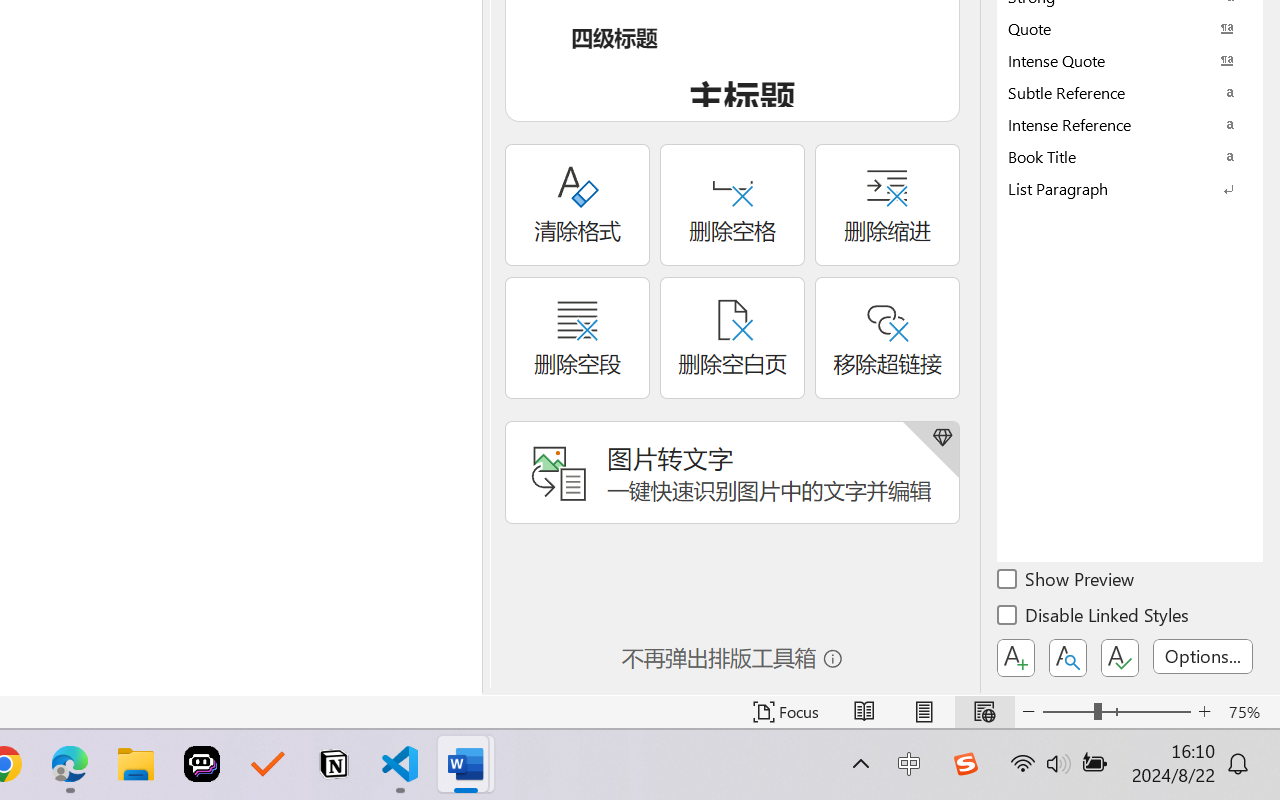  Describe the element at coordinates (1130, 187) in the screenshot. I see `'List Paragraph'` at that location.